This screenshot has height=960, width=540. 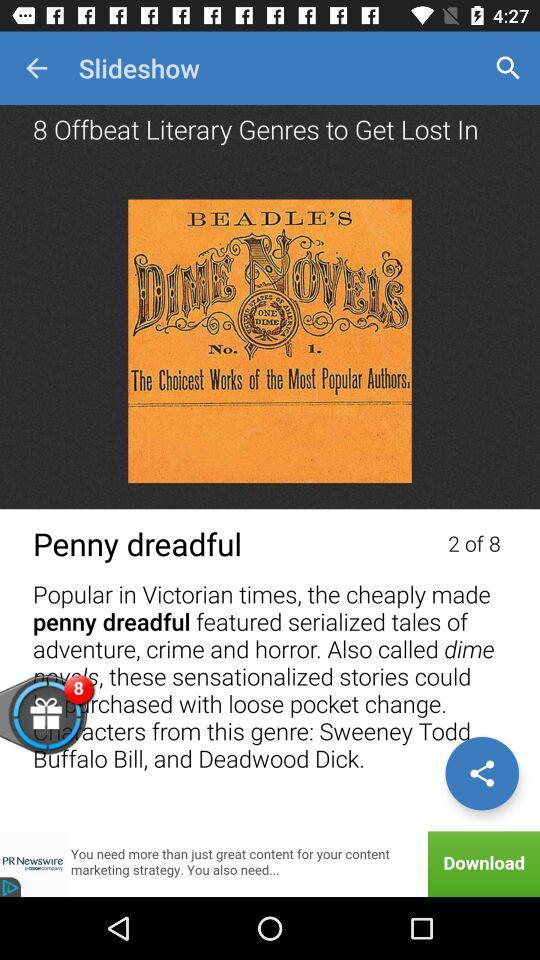 I want to click on click gift button, so click(x=77, y=725).